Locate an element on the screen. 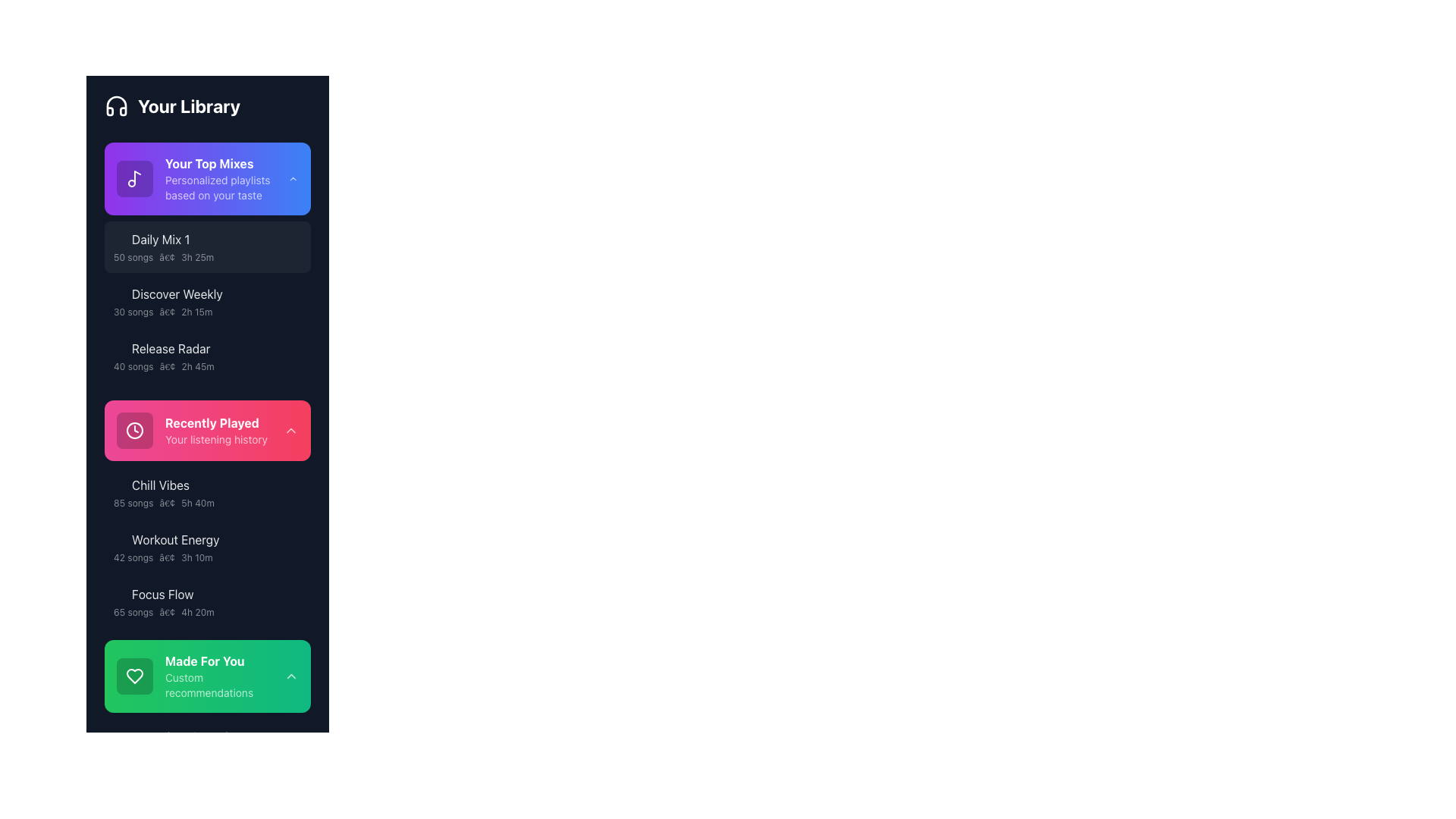  the downward chevron icon located in the bottom-right corner of the 'Made For You' section, which indicates an expandable or collapsible section is located at coordinates (291, 675).